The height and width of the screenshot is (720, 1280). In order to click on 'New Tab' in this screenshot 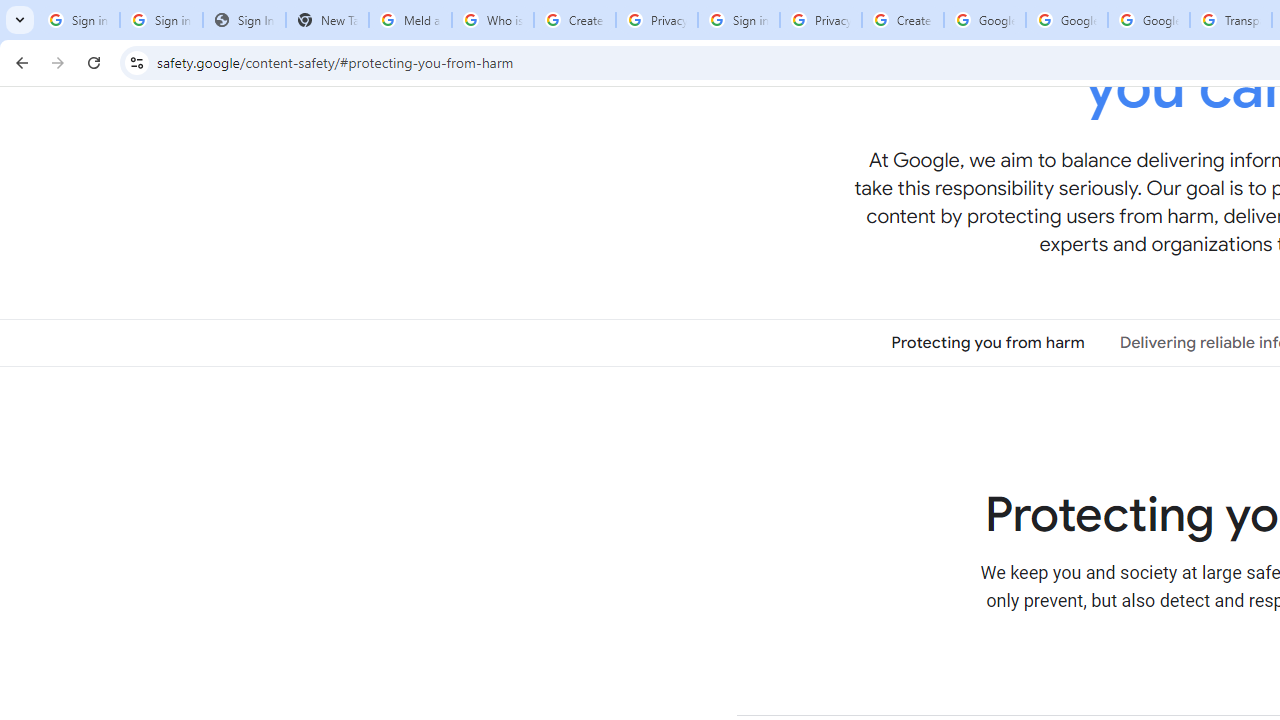, I will do `click(327, 20)`.